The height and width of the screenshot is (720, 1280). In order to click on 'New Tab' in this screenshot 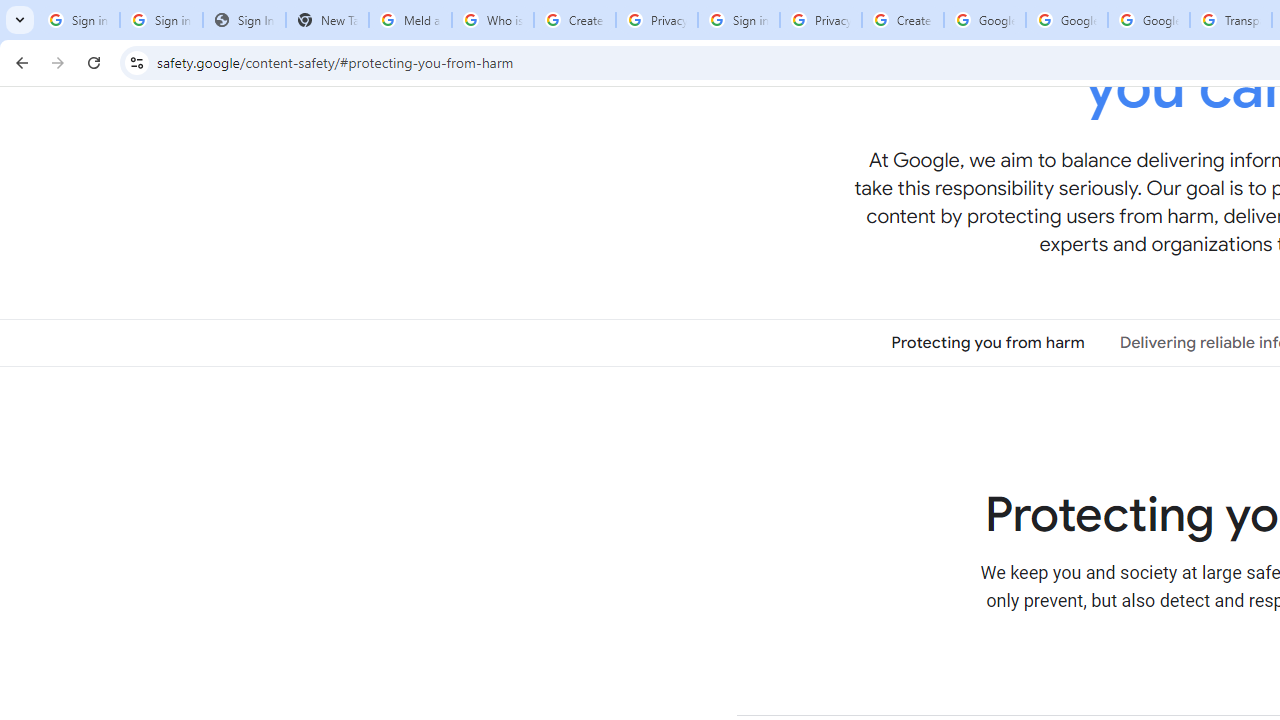, I will do `click(327, 20)`.